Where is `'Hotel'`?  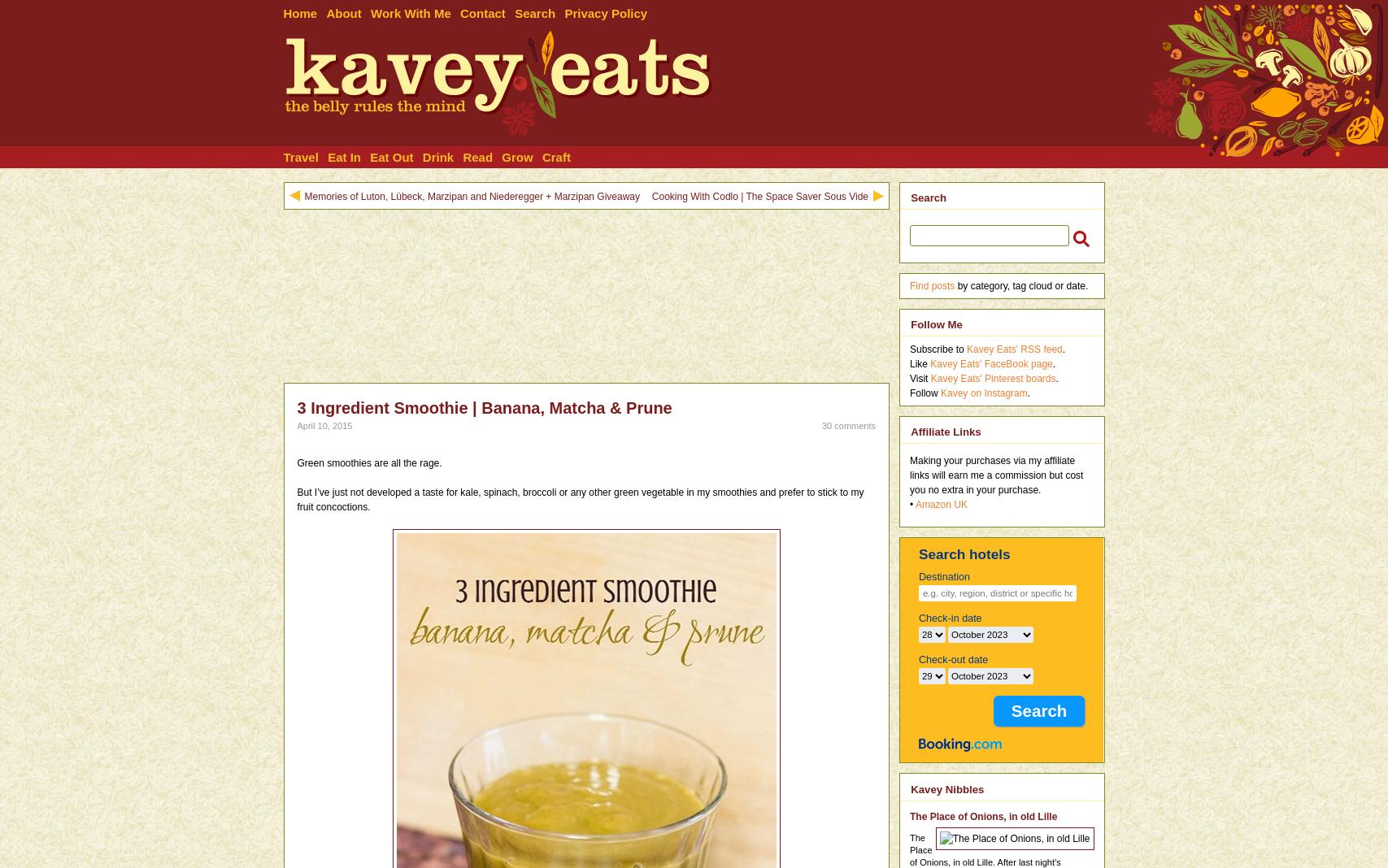
'Hotel' is located at coordinates (307, 217).